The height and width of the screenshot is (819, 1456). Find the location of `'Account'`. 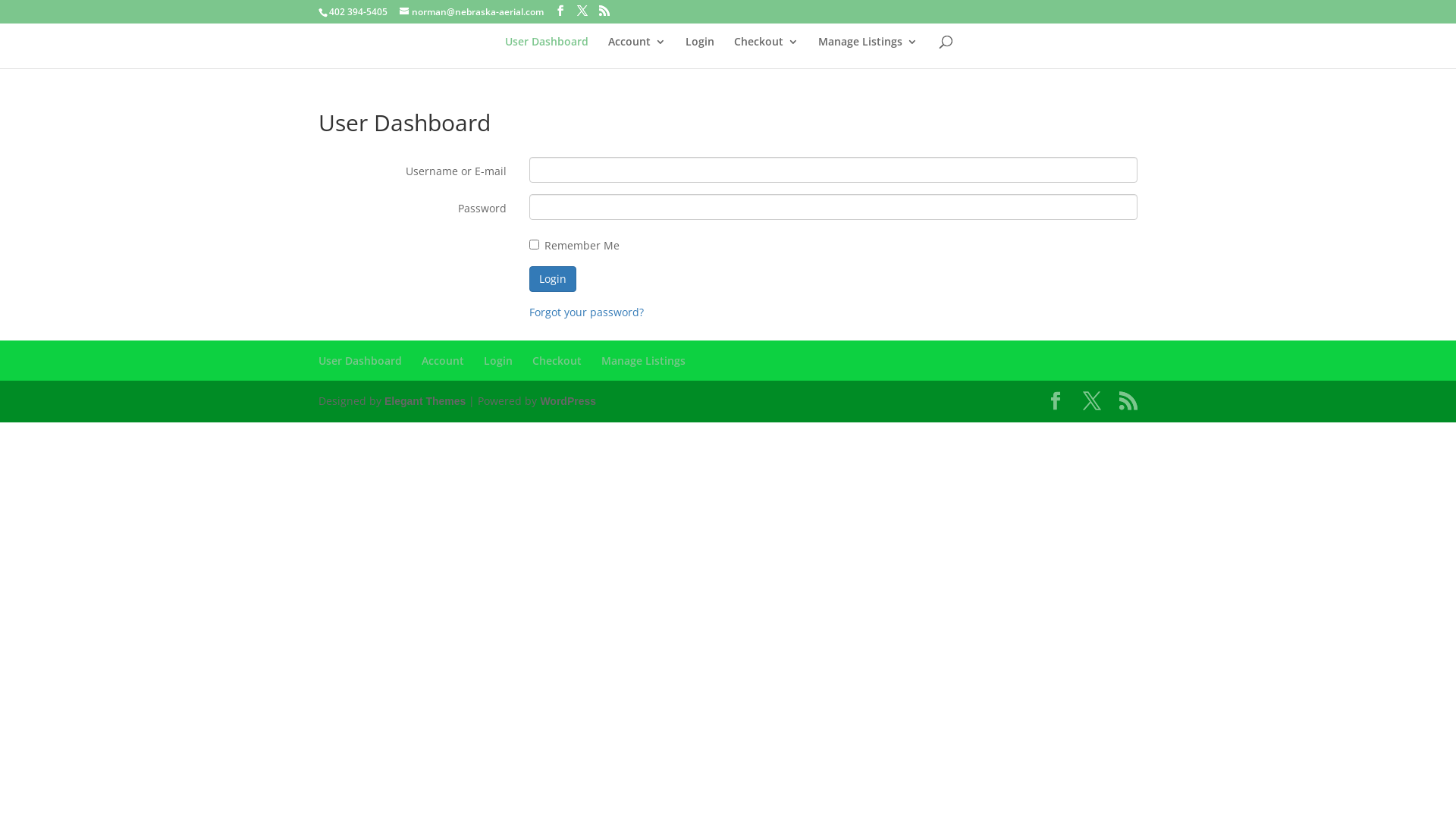

'Account' is located at coordinates (442, 360).